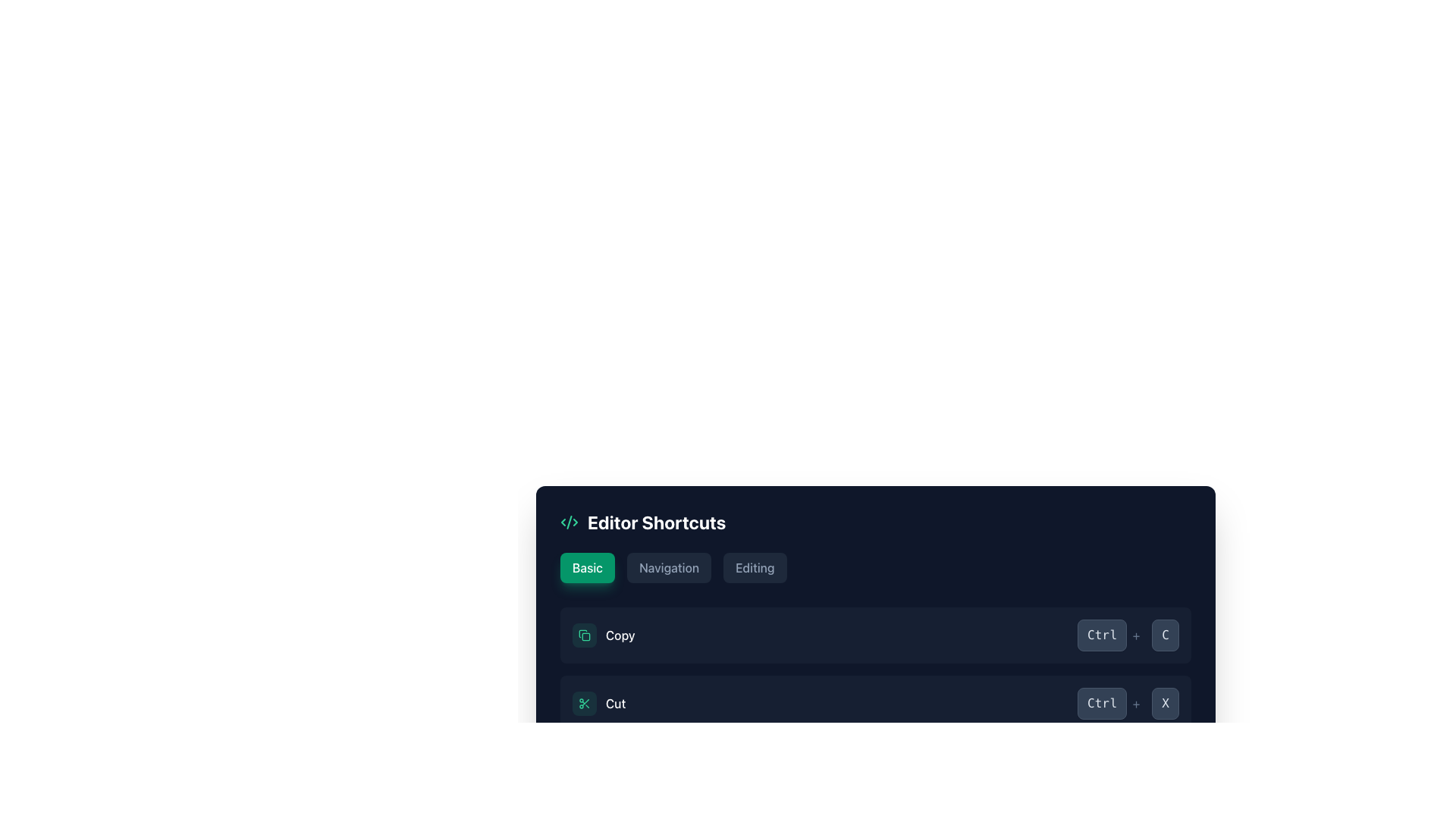 Image resolution: width=1456 pixels, height=819 pixels. Describe the element at coordinates (1165, 704) in the screenshot. I see `the decorative label representing the 'X' key in the 'Cut' entry of the 'Editor Shortcuts' section, which visually indicates the keyboard shortcut 'Ctrl+X'` at that location.